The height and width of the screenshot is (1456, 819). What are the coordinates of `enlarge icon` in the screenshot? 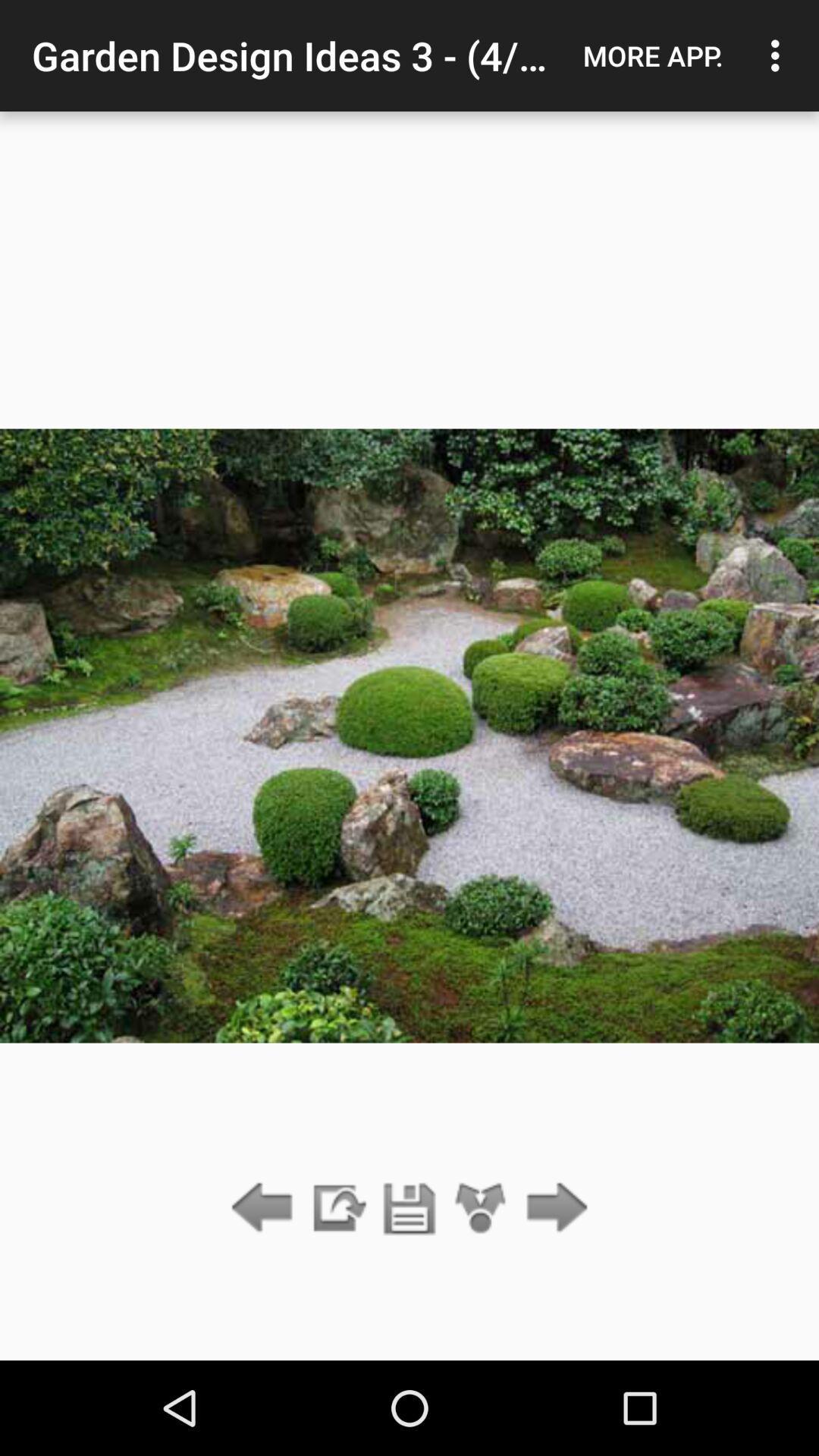 It's located at (481, 1208).